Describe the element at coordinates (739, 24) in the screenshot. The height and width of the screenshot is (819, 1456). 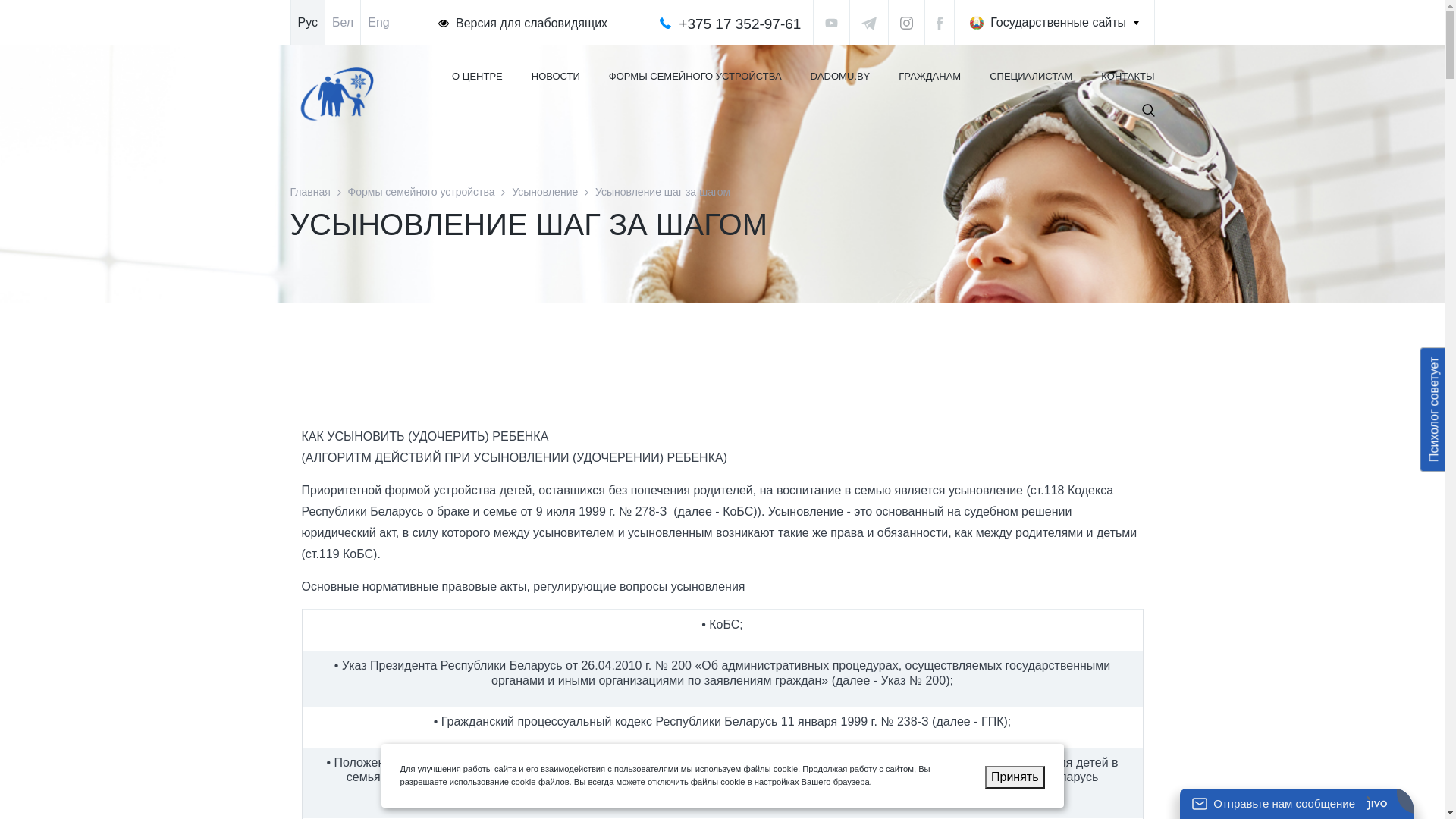
I see `'+375 17 352-97-61'` at that location.